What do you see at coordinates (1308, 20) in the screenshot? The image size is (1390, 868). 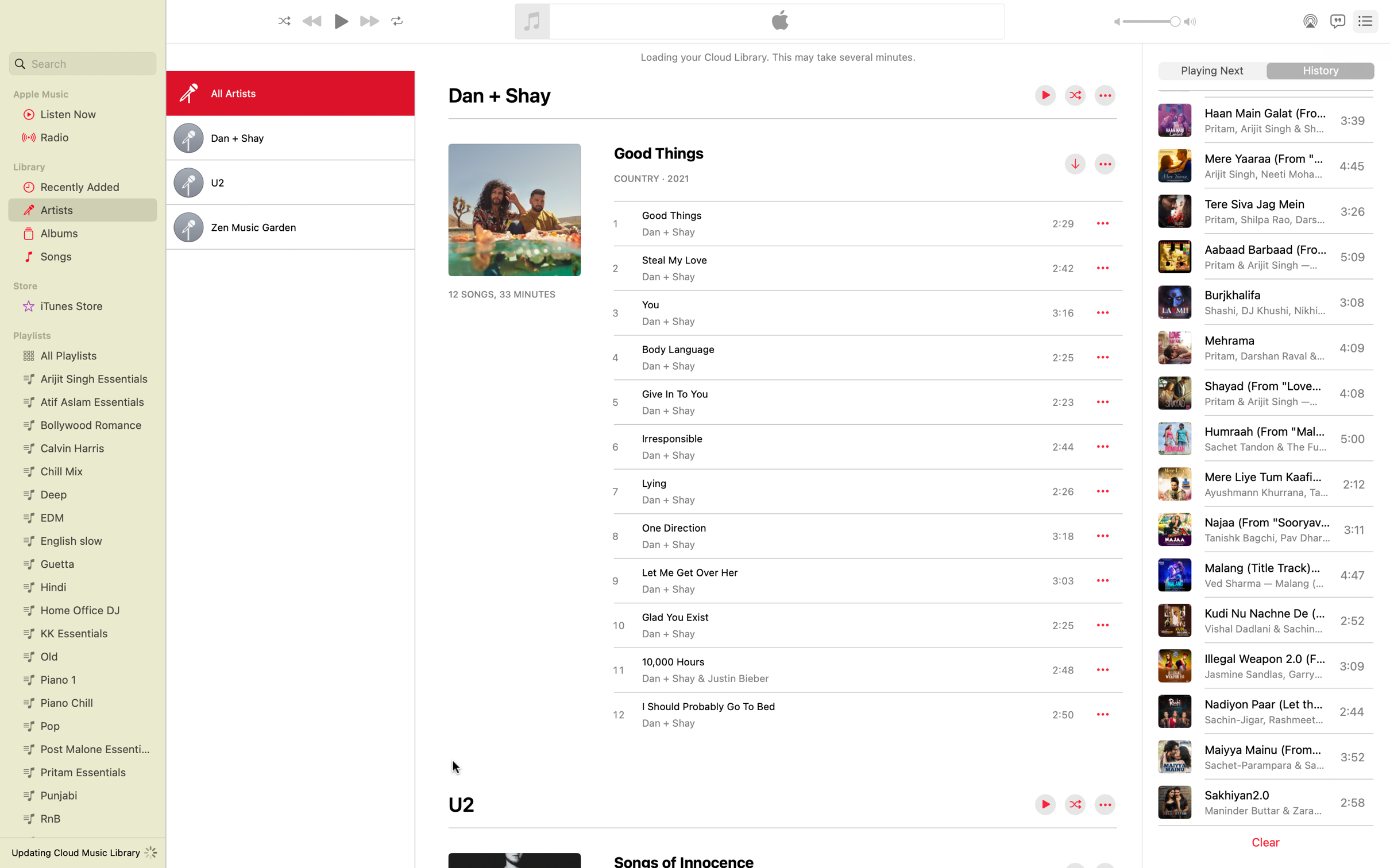 I see `Activate airplay functionality for the music platform` at bounding box center [1308, 20].